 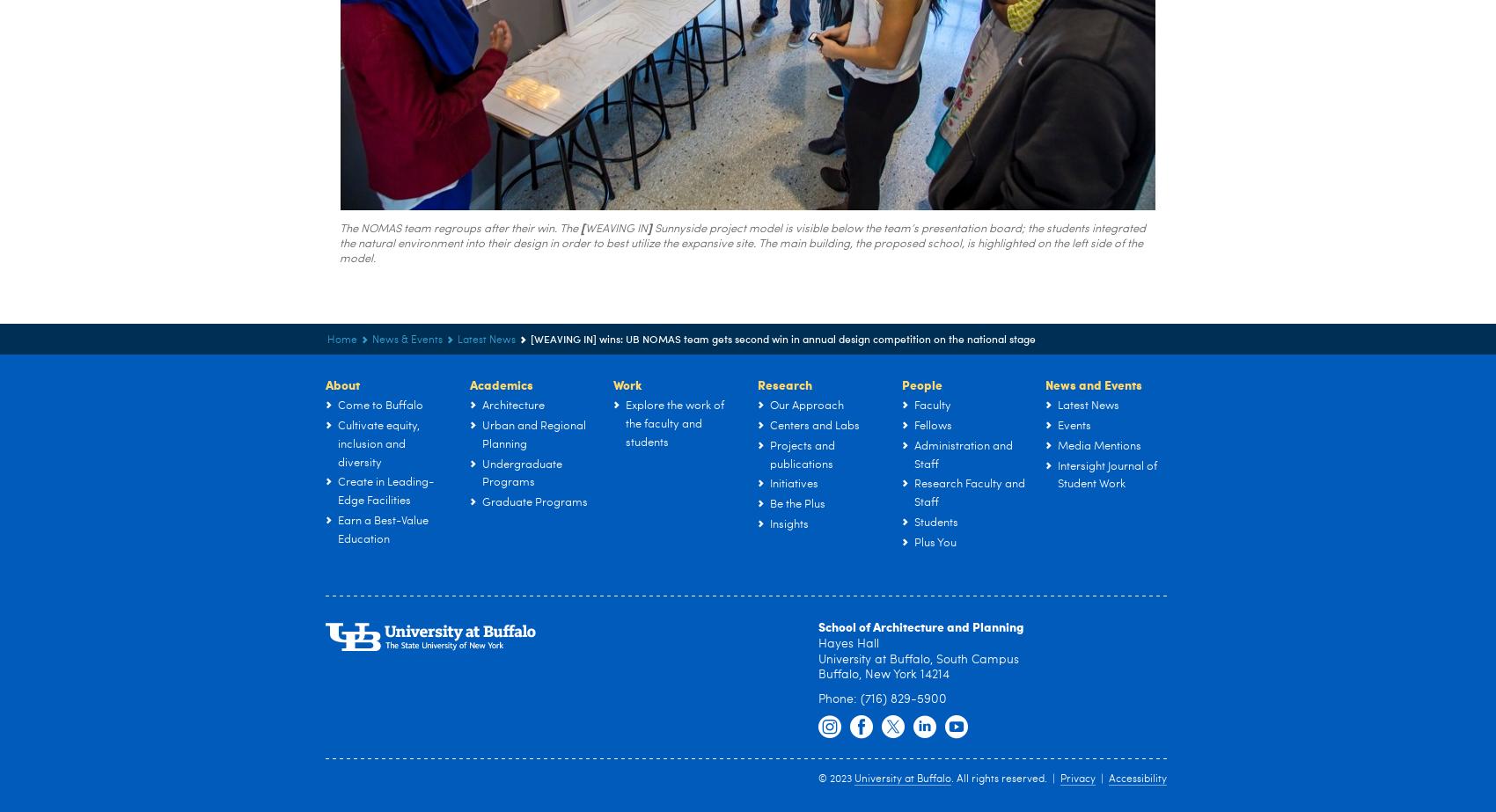 What do you see at coordinates (913, 492) in the screenshot?
I see `'Research Faculty and Staff'` at bounding box center [913, 492].